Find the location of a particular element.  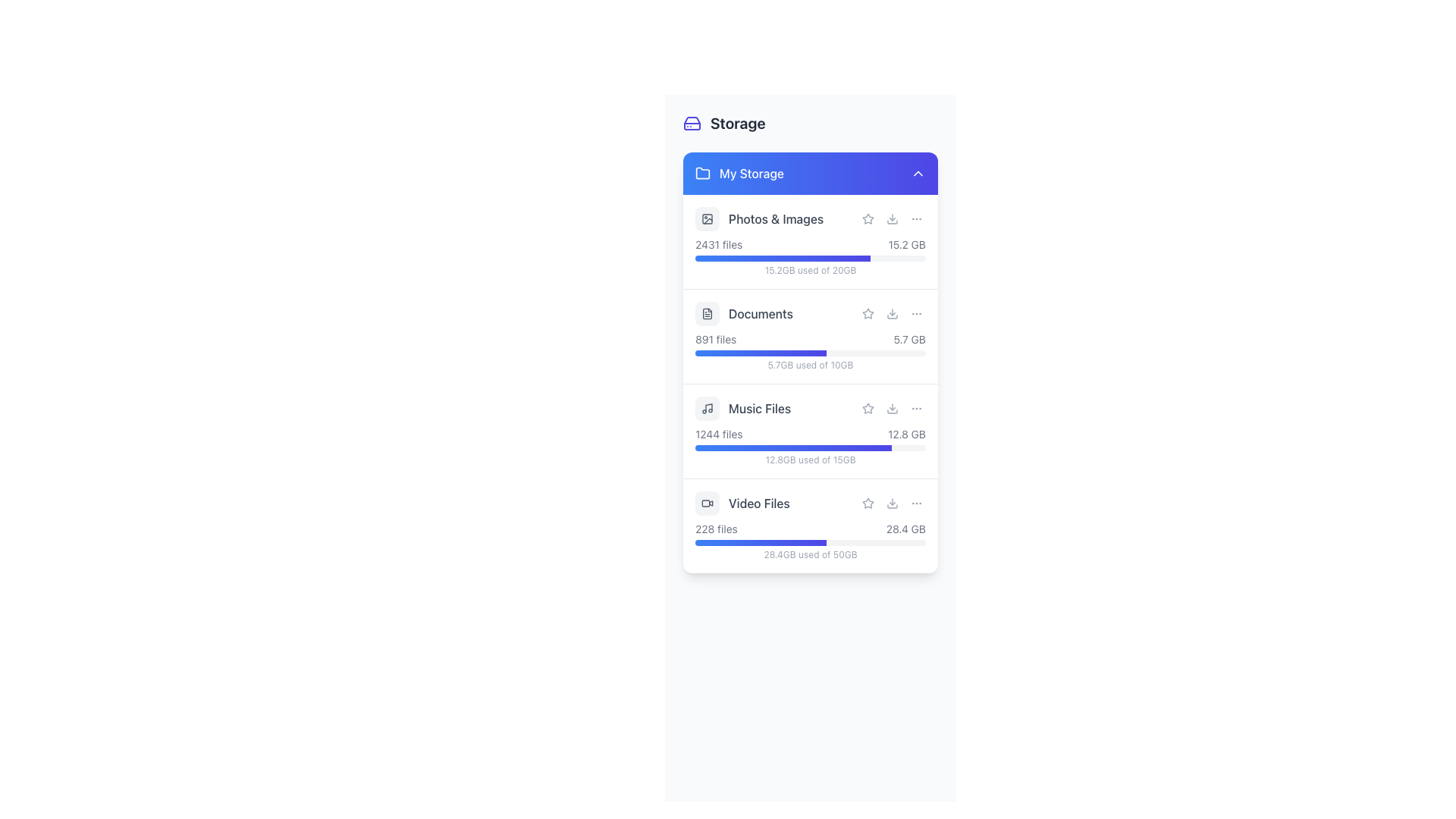

the Text Label displaying the total storage space used by the video files, which is located on the right-hand side of the video files overview, adjacent to the file count and usage bar is located at coordinates (905, 529).